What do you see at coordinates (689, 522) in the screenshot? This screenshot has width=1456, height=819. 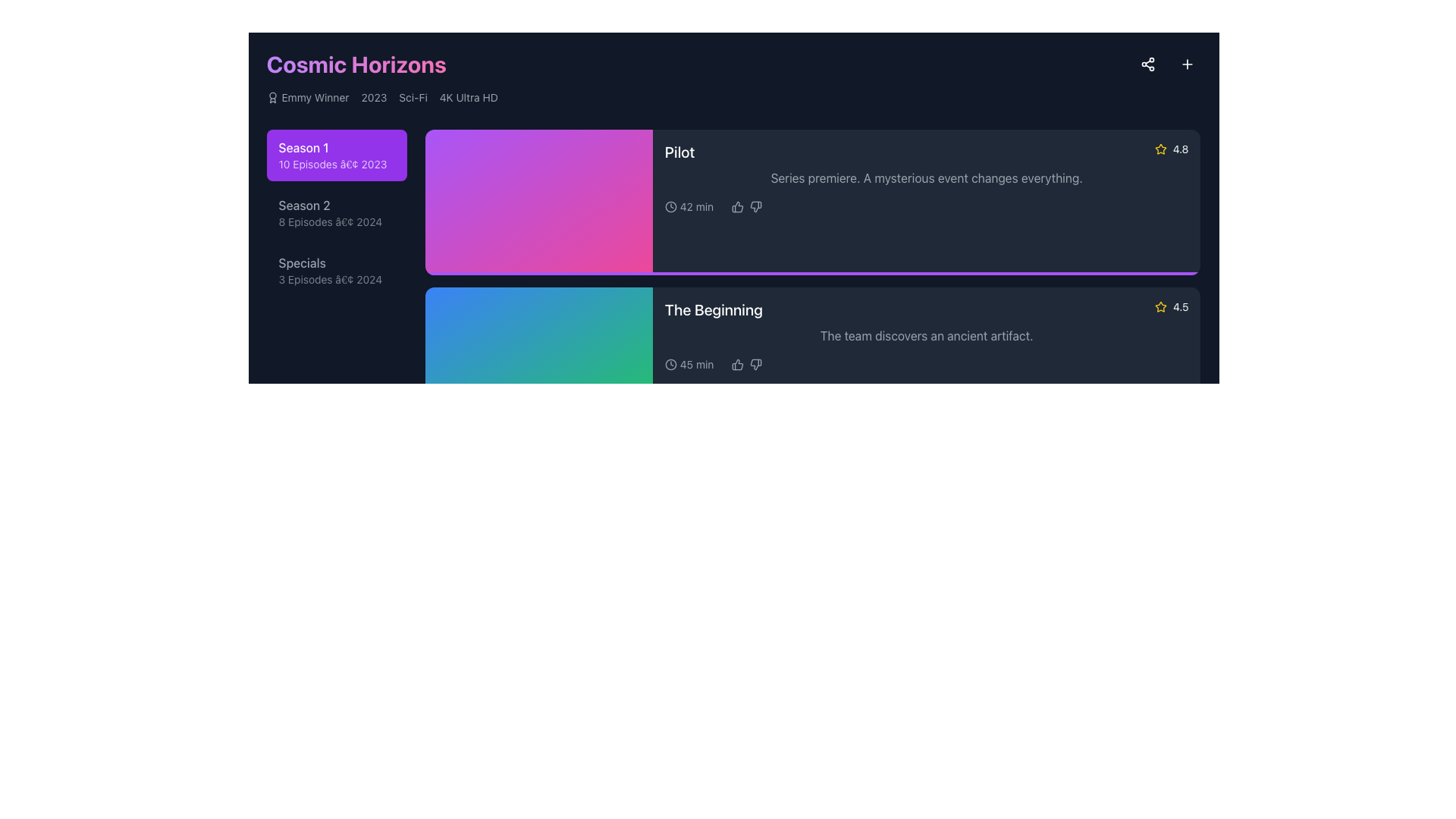 I see `the Duration indicator located in the lower-left corner of the card titled 'The Beginning', next to the thumbs-up and thumbs-down icons` at bounding box center [689, 522].